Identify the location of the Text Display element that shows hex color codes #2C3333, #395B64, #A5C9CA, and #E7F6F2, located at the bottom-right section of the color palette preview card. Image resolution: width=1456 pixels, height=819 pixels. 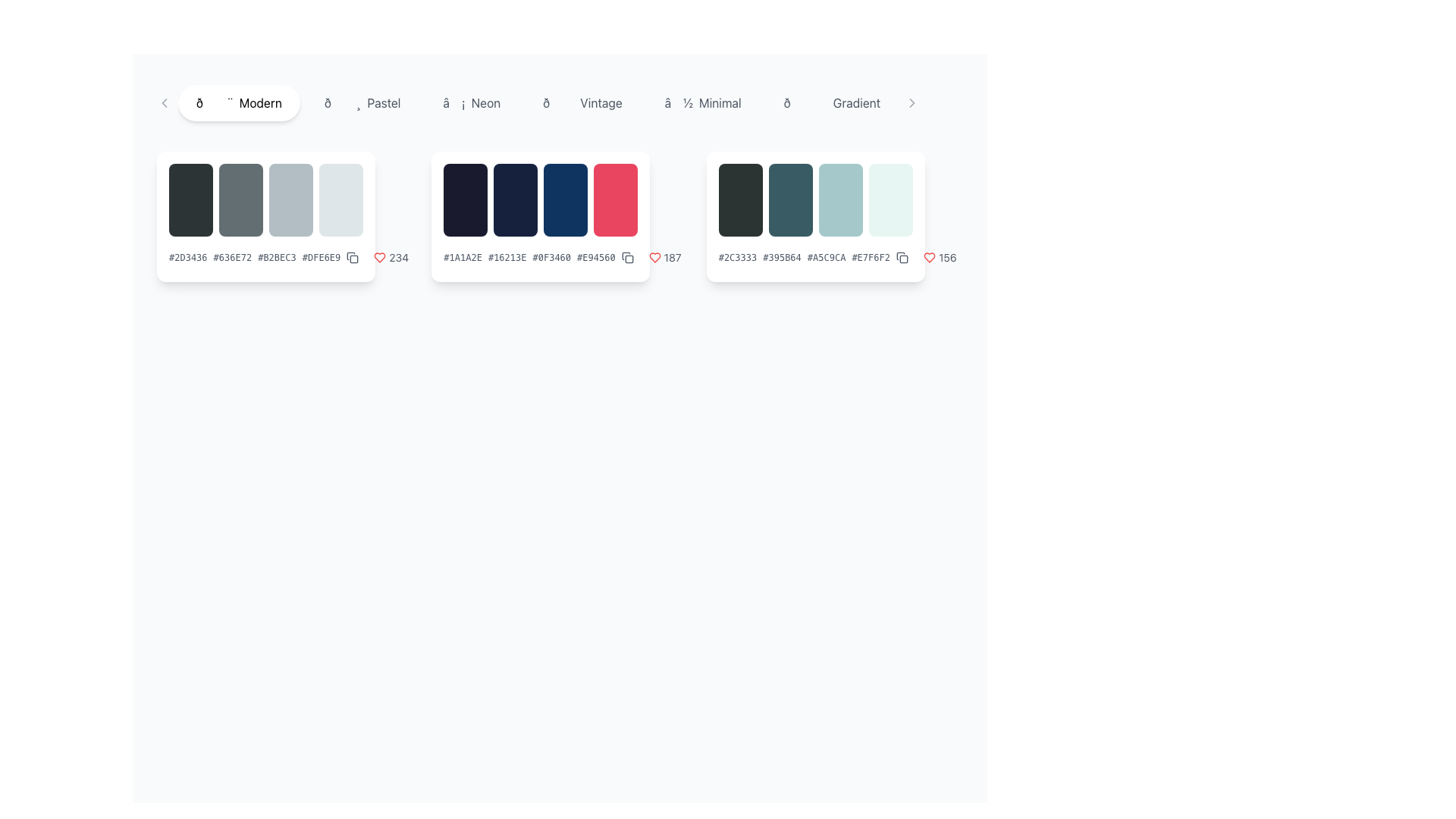
(803, 256).